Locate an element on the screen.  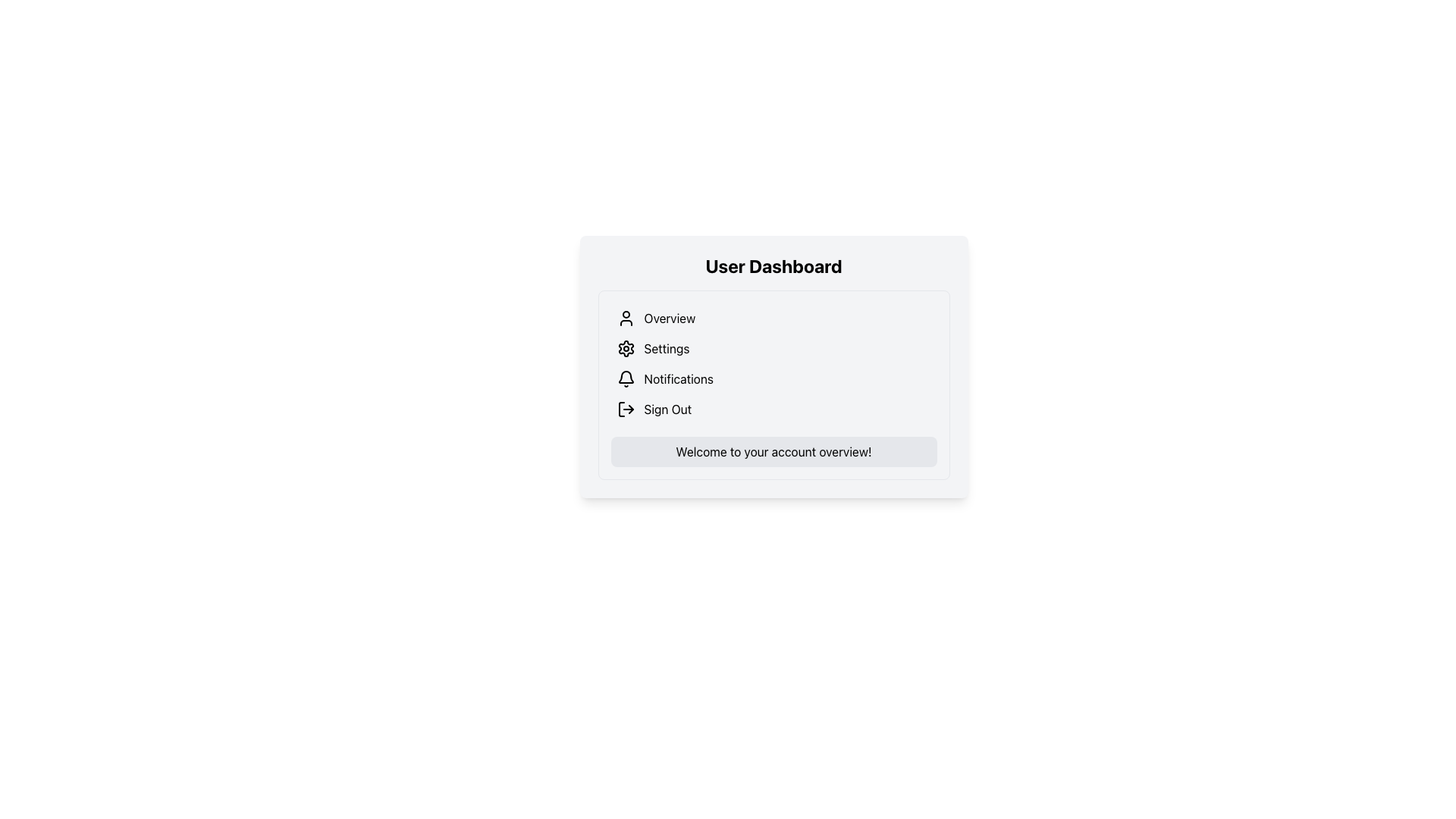
static text displaying 'Welcome to your account overview!' located at the bottom of the User Dashboard panel is located at coordinates (773, 451).